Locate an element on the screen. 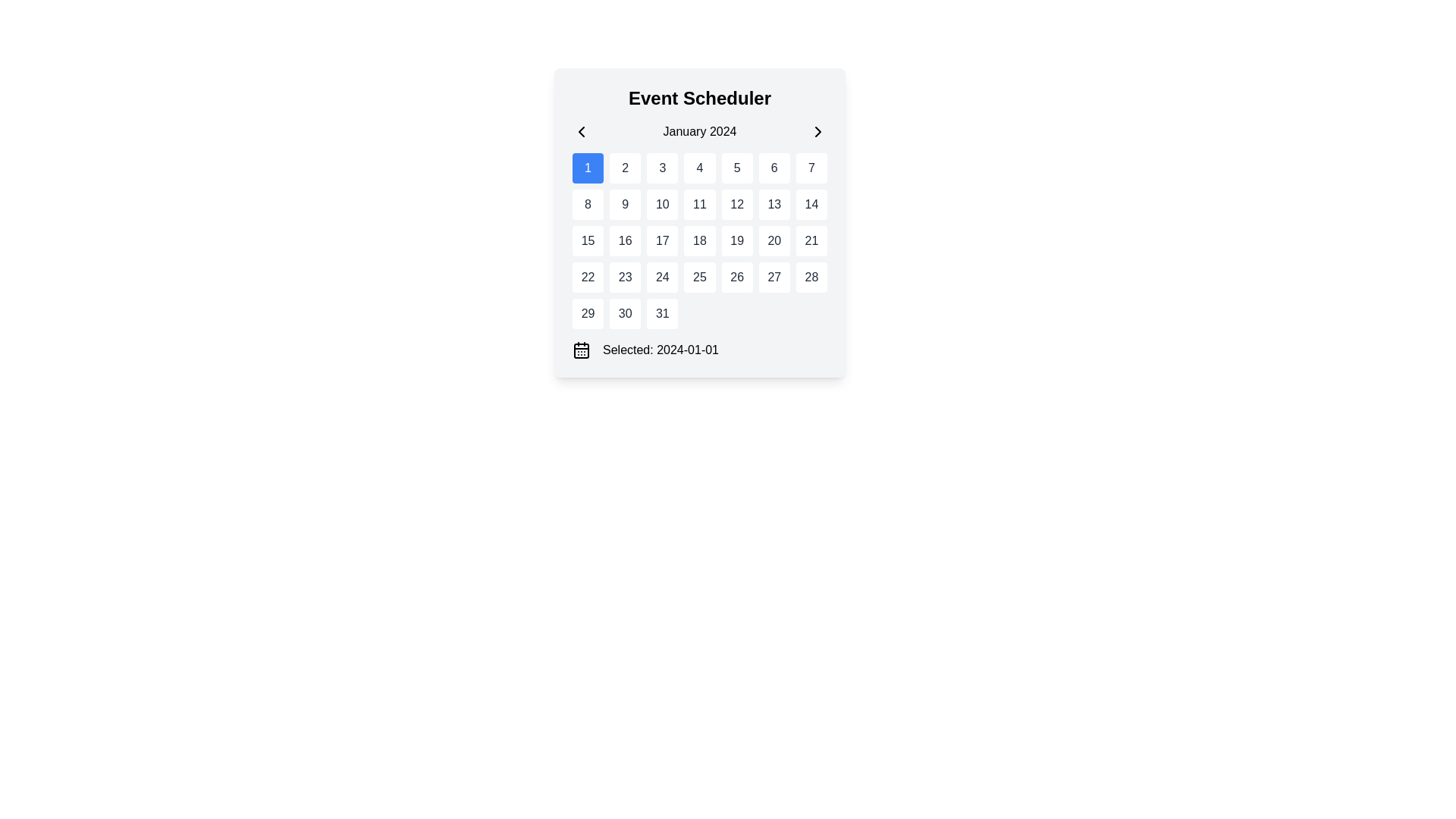  the calendar icon located to the left of the text 'Selected: 2024-01-01' within the scheduler interface is located at coordinates (581, 350).